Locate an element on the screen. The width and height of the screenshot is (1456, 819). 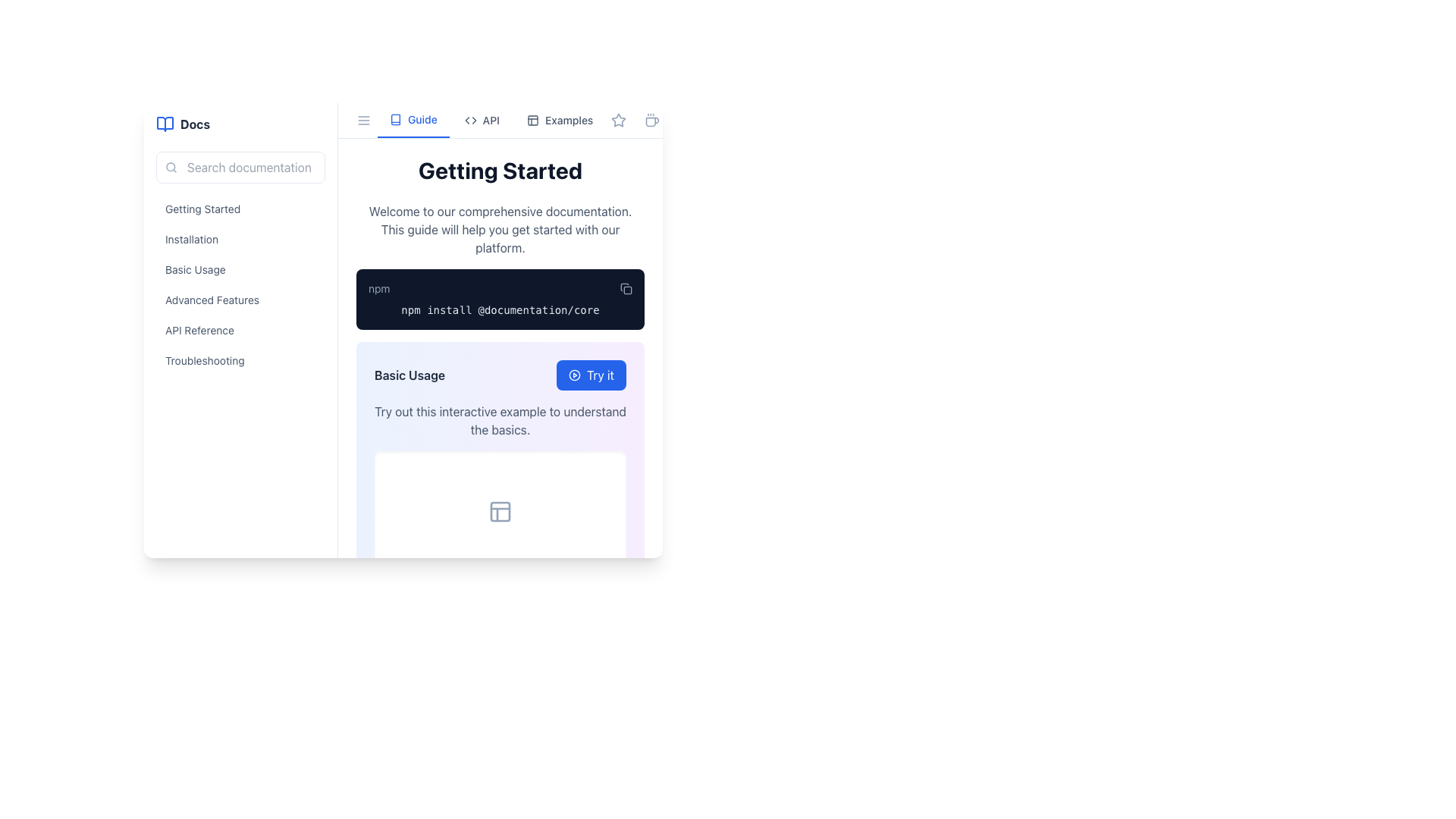
the 'Advanced Features' item in the sidebar navigation menu is located at coordinates (240, 284).